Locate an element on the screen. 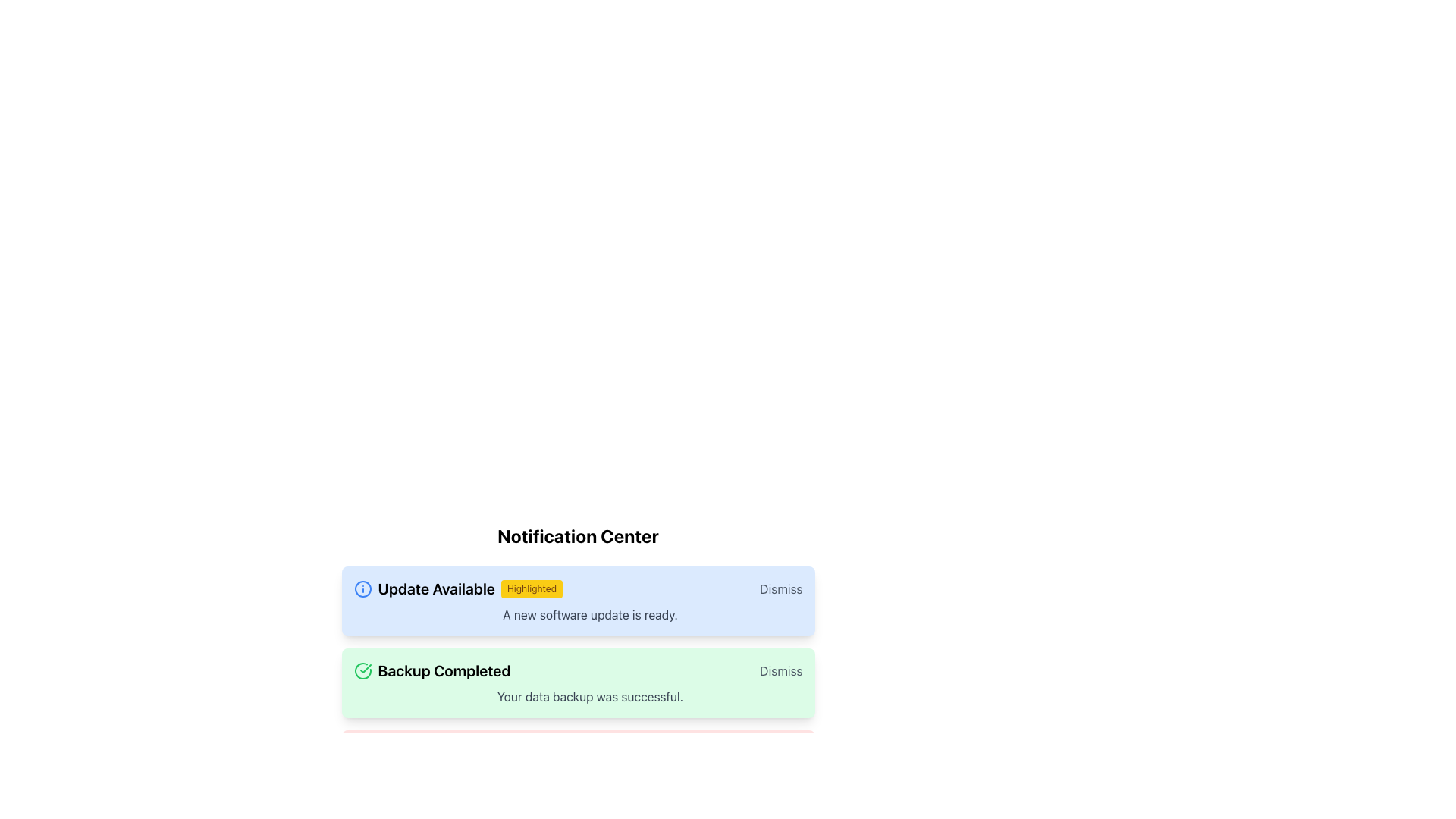 The height and width of the screenshot is (819, 1456). the green circular icon indicating the successful status of the 'Backup Completed' notification located in the Notification Center is located at coordinates (365, 668).